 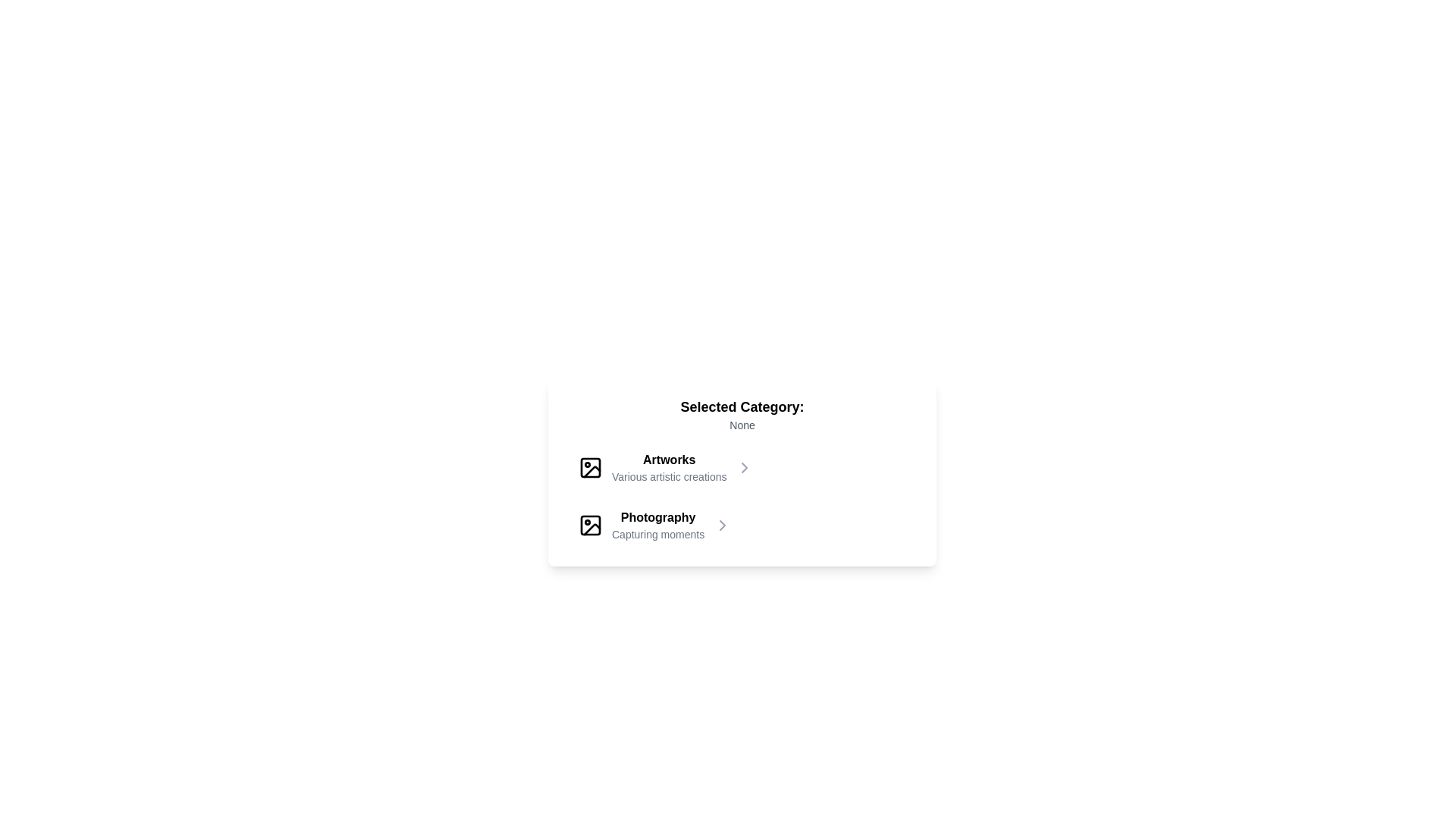 I want to click on the navigation icon located at the end of the 'Photography' list item, which leads to further details related to the 'Photography' category, so click(x=722, y=525).